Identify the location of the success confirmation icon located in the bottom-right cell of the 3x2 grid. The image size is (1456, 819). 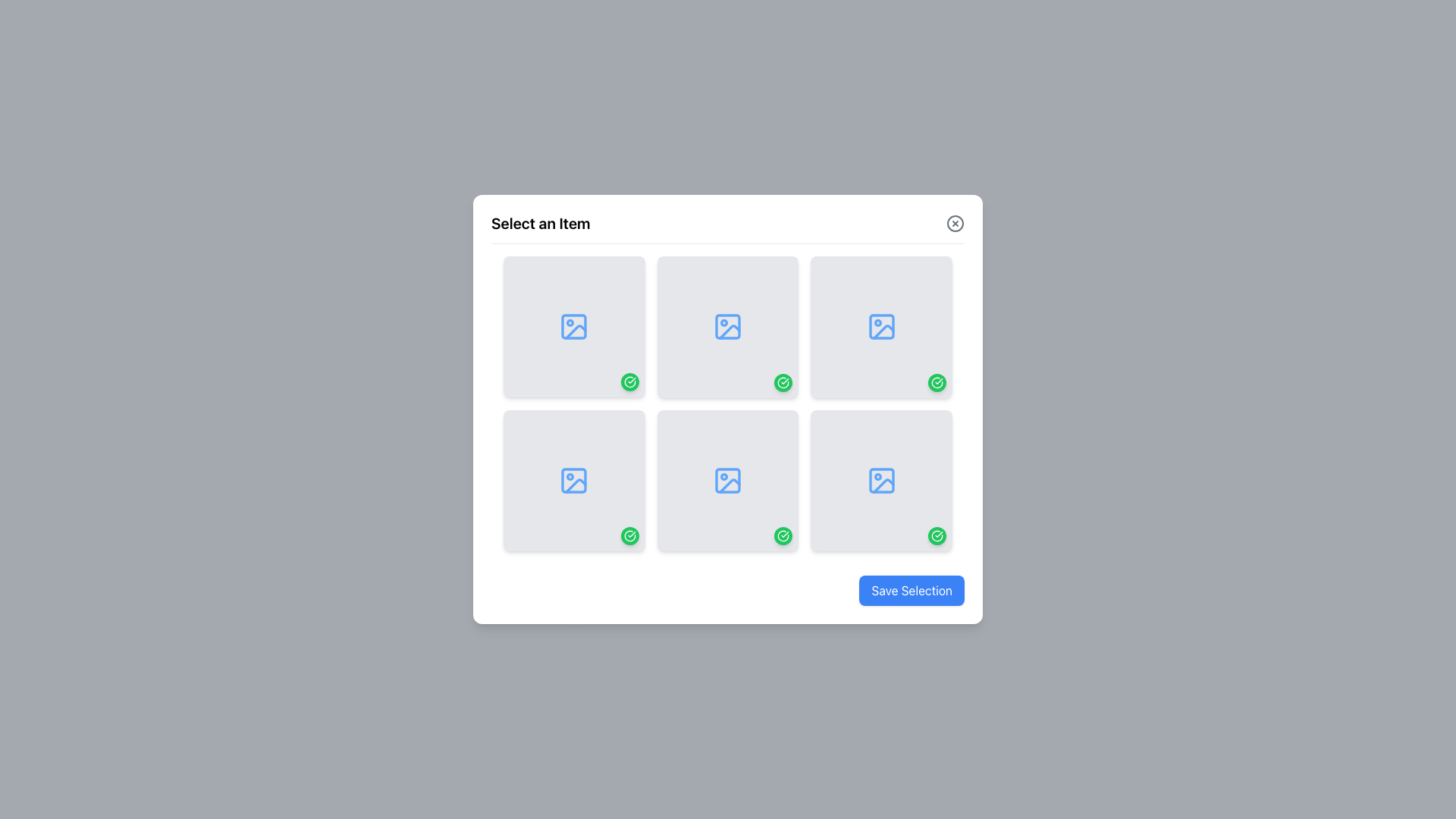
(937, 381).